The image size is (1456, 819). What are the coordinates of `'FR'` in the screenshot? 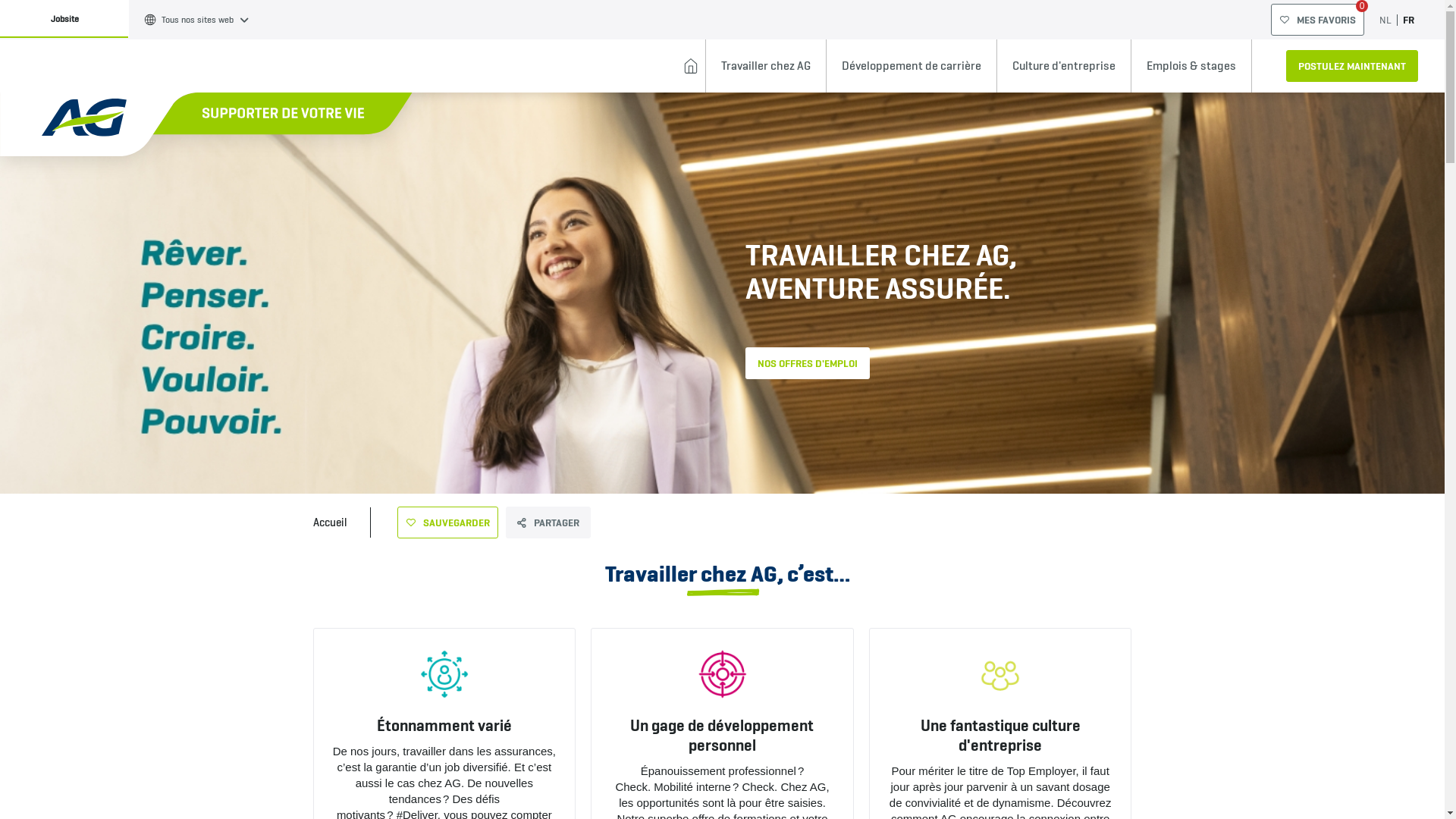 It's located at (1401, 20).